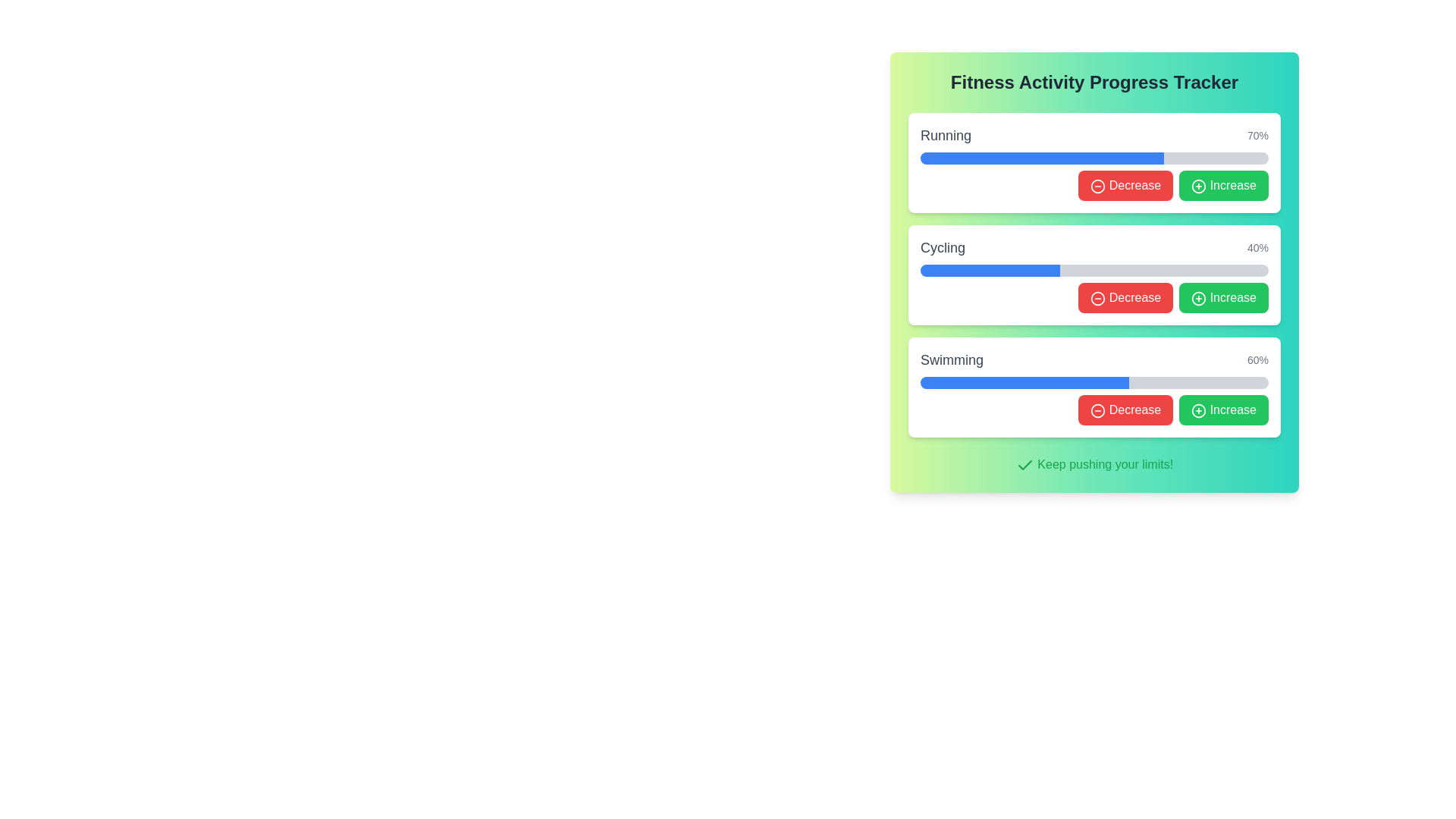 This screenshot has height=819, width=1456. Describe the element at coordinates (1098, 410) in the screenshot. I see `the red circular icon containing a minus symbol` at that location.